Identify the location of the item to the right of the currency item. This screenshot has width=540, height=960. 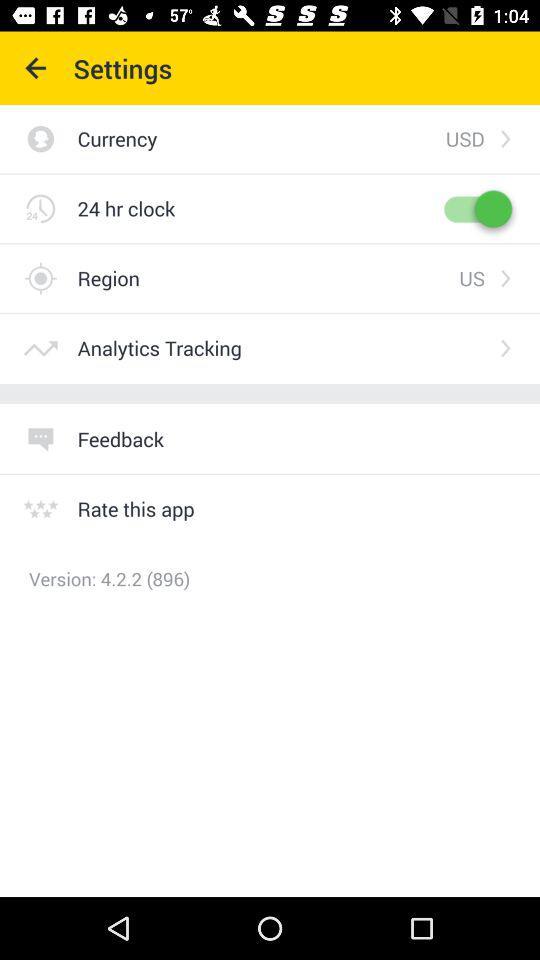
(465, 137).